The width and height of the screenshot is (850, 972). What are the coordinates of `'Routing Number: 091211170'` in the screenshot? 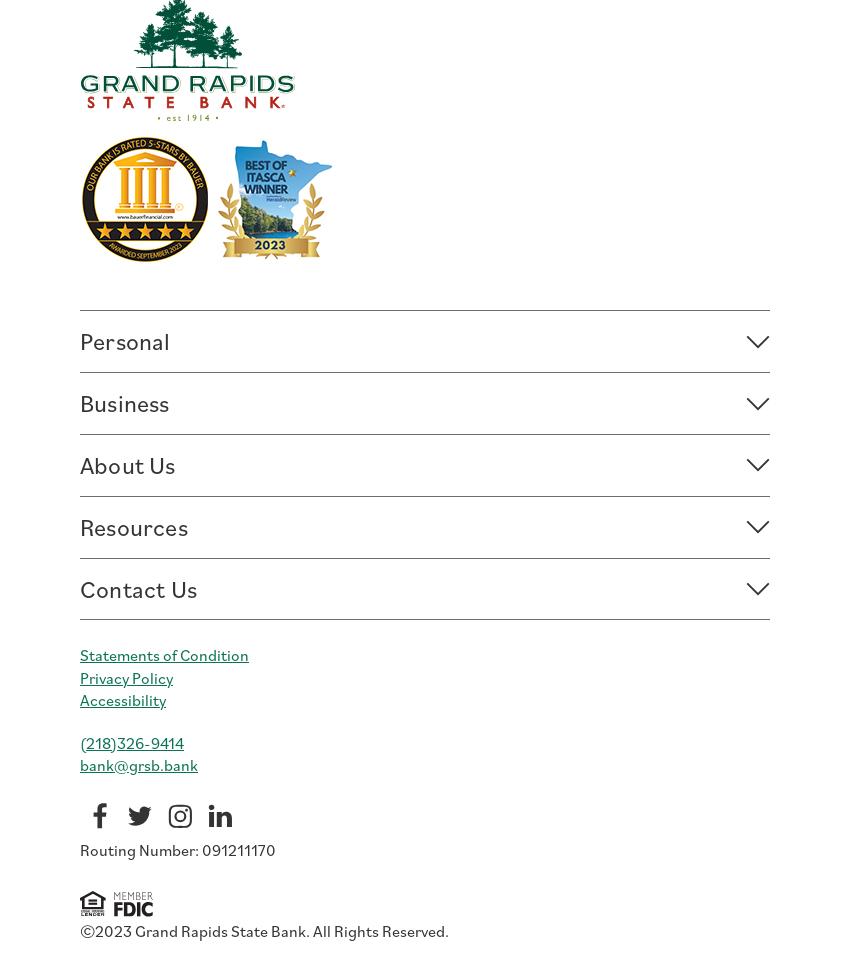 It's located at (79, 849).